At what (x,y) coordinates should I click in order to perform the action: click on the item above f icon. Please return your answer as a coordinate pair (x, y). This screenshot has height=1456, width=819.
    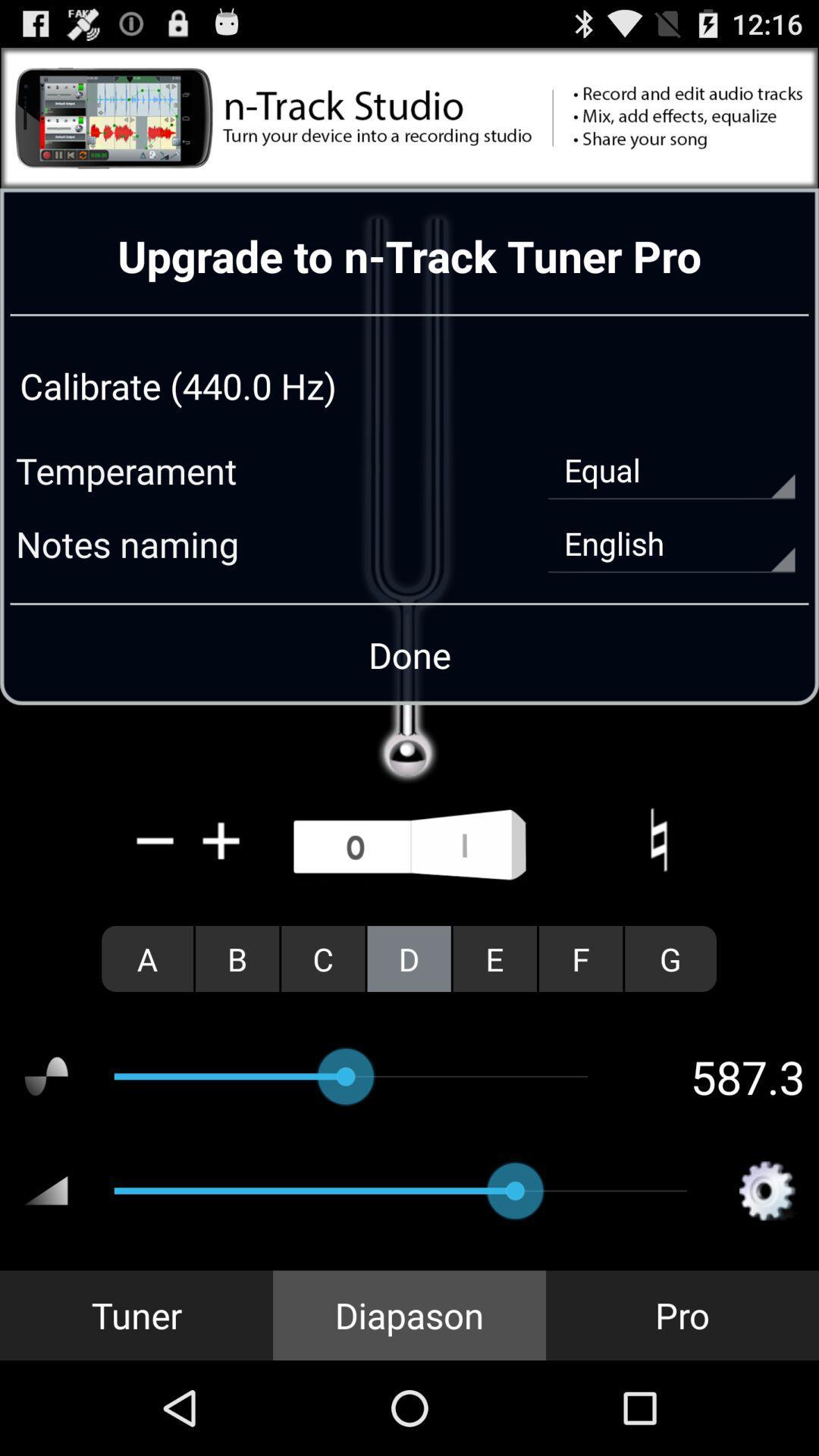
    Looking at the image, I should click on (657, 839).